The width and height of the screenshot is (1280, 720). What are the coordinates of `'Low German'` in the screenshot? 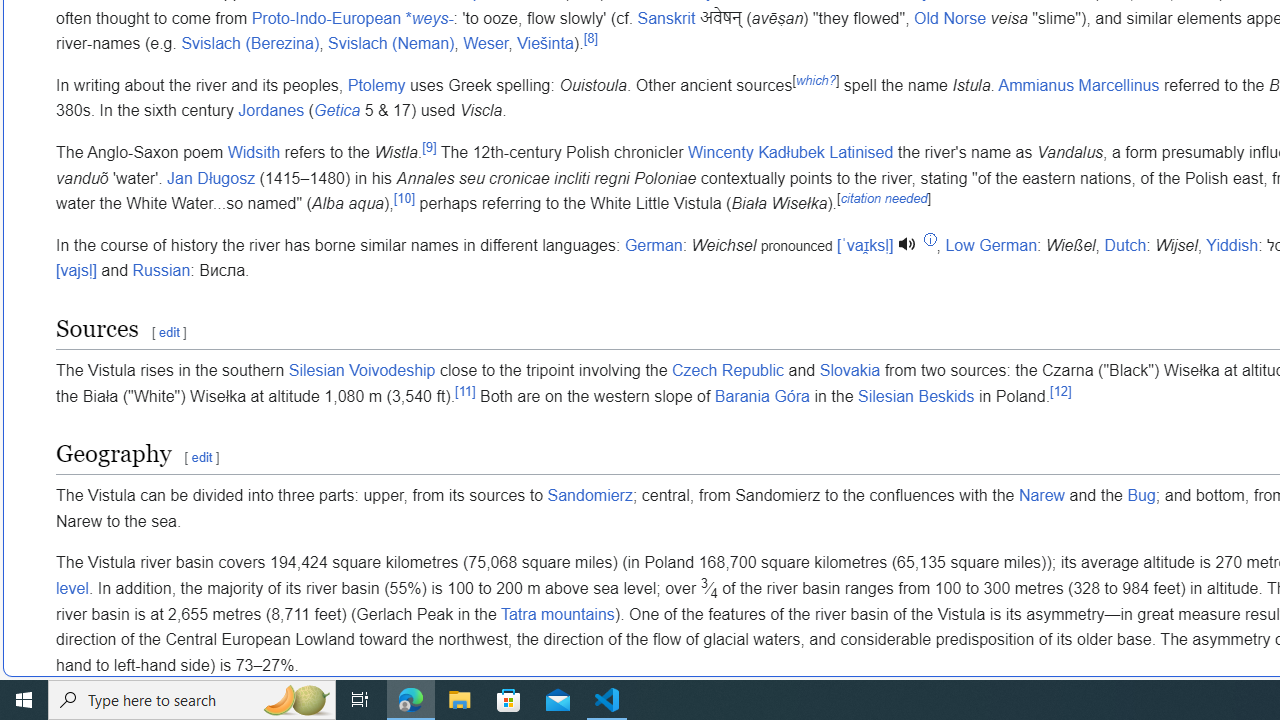 It's located at (991, 244).